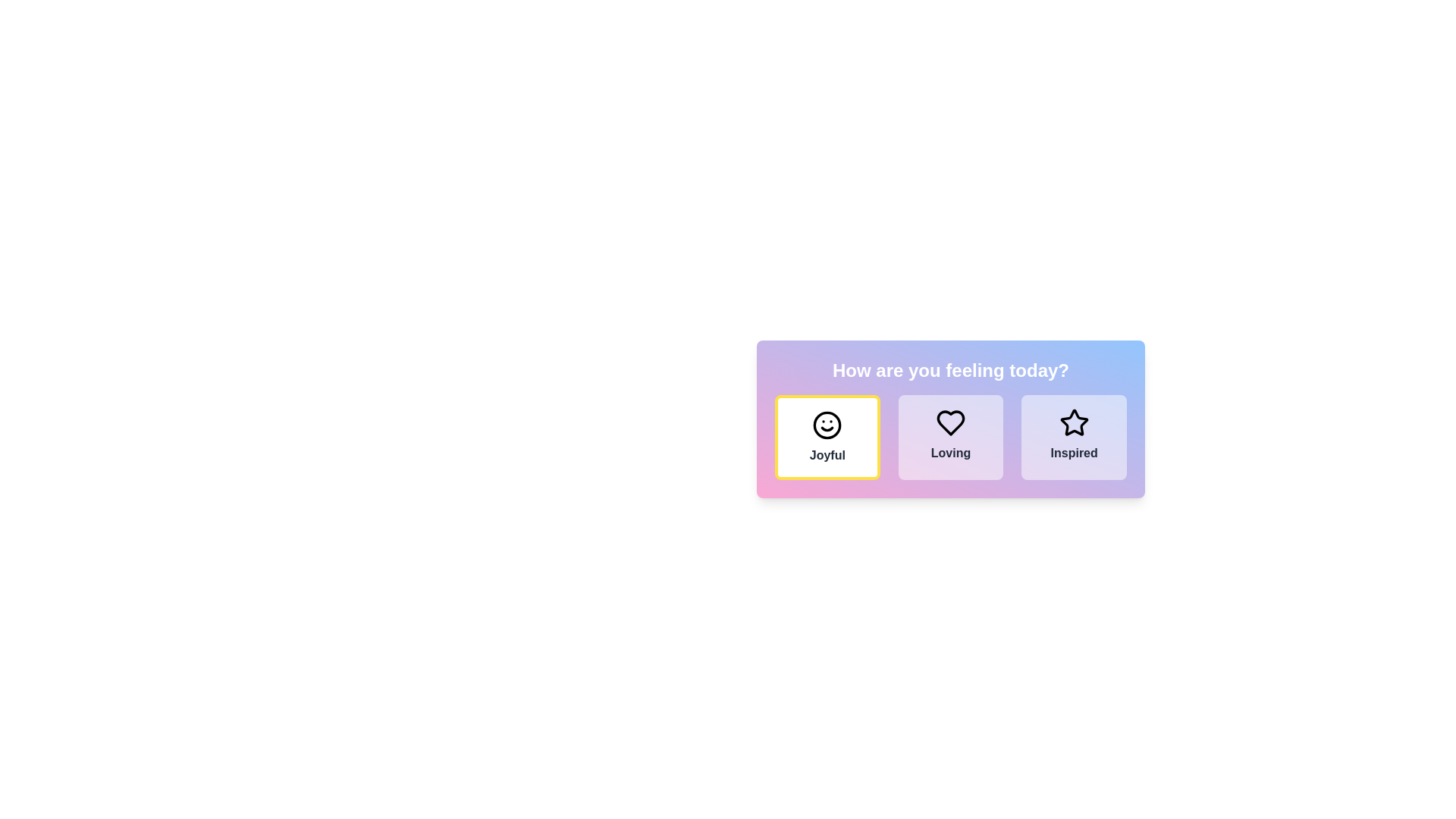 The image size is (1456, 819). What do you see at coordinates (949, 438) in the screenshot?
I see `the second button in the group of three, which represents the feeling 'Loving'` at bounding box center [949, 438].